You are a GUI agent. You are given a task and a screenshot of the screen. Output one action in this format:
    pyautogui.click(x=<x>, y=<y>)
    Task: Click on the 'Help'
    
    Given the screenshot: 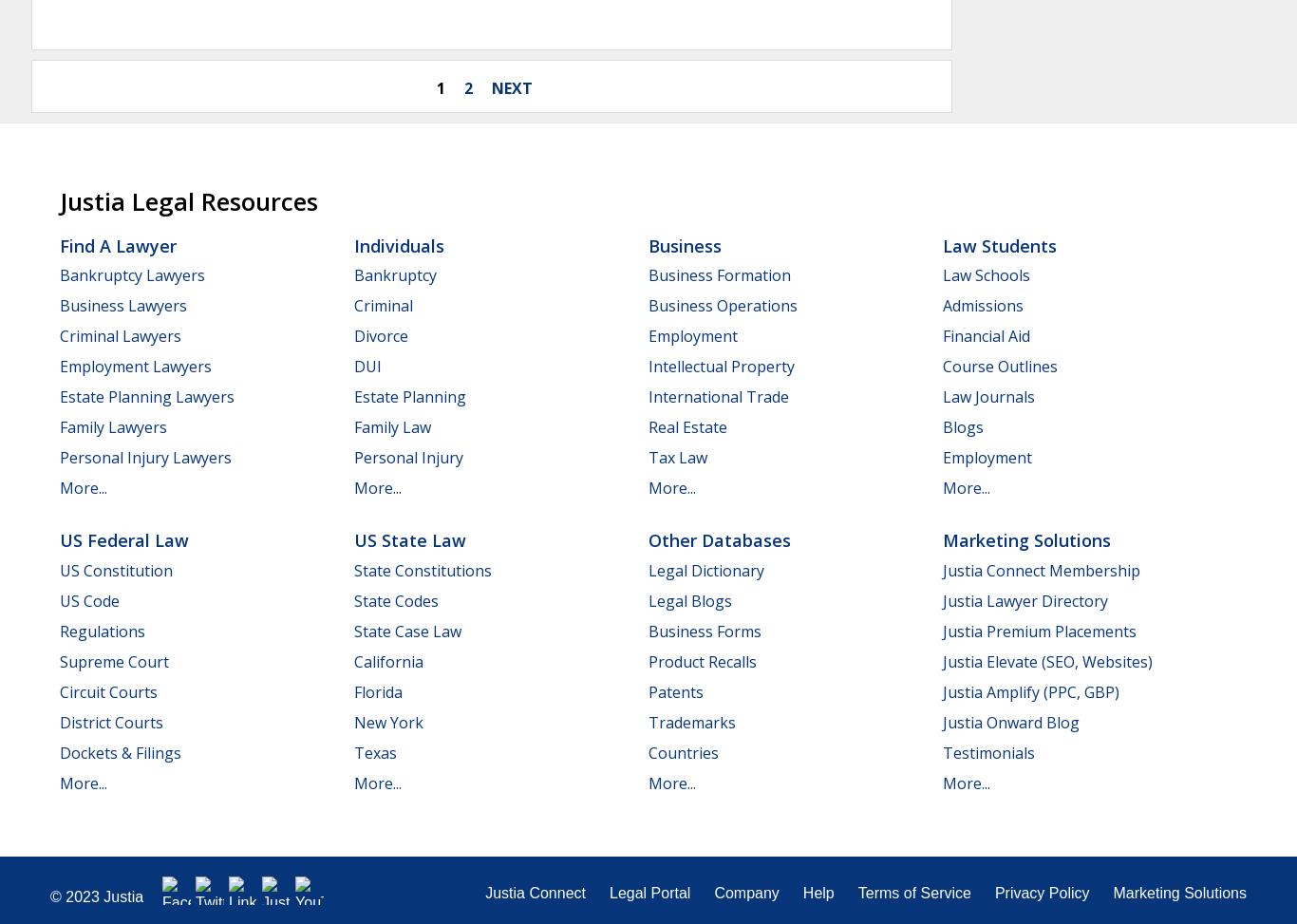 What is the action you would take?
    pyautogui.click(x=817, y=891)
    